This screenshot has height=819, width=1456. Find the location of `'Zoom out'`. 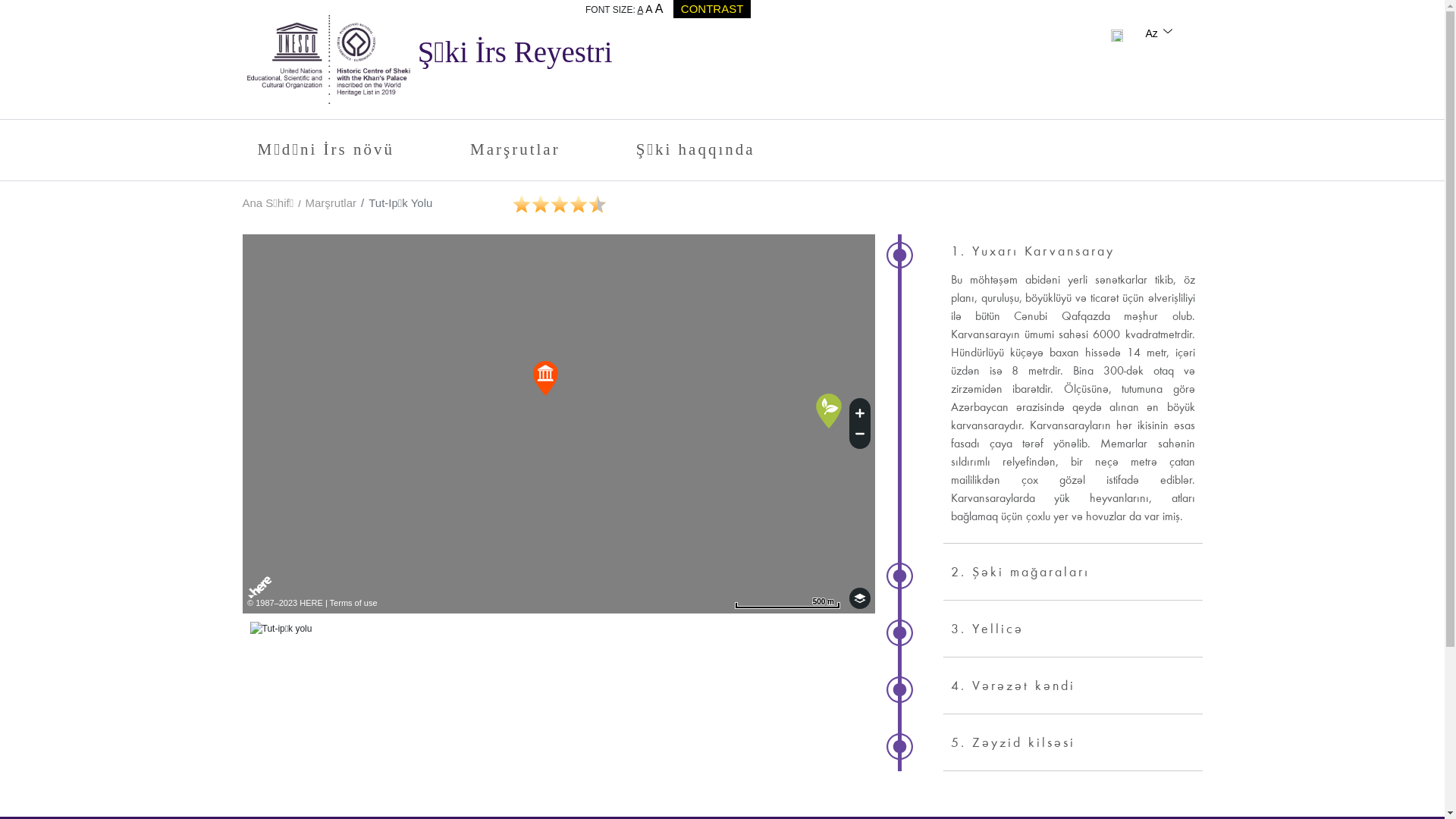

'Zoom out' is located at coordinates (859, 435).